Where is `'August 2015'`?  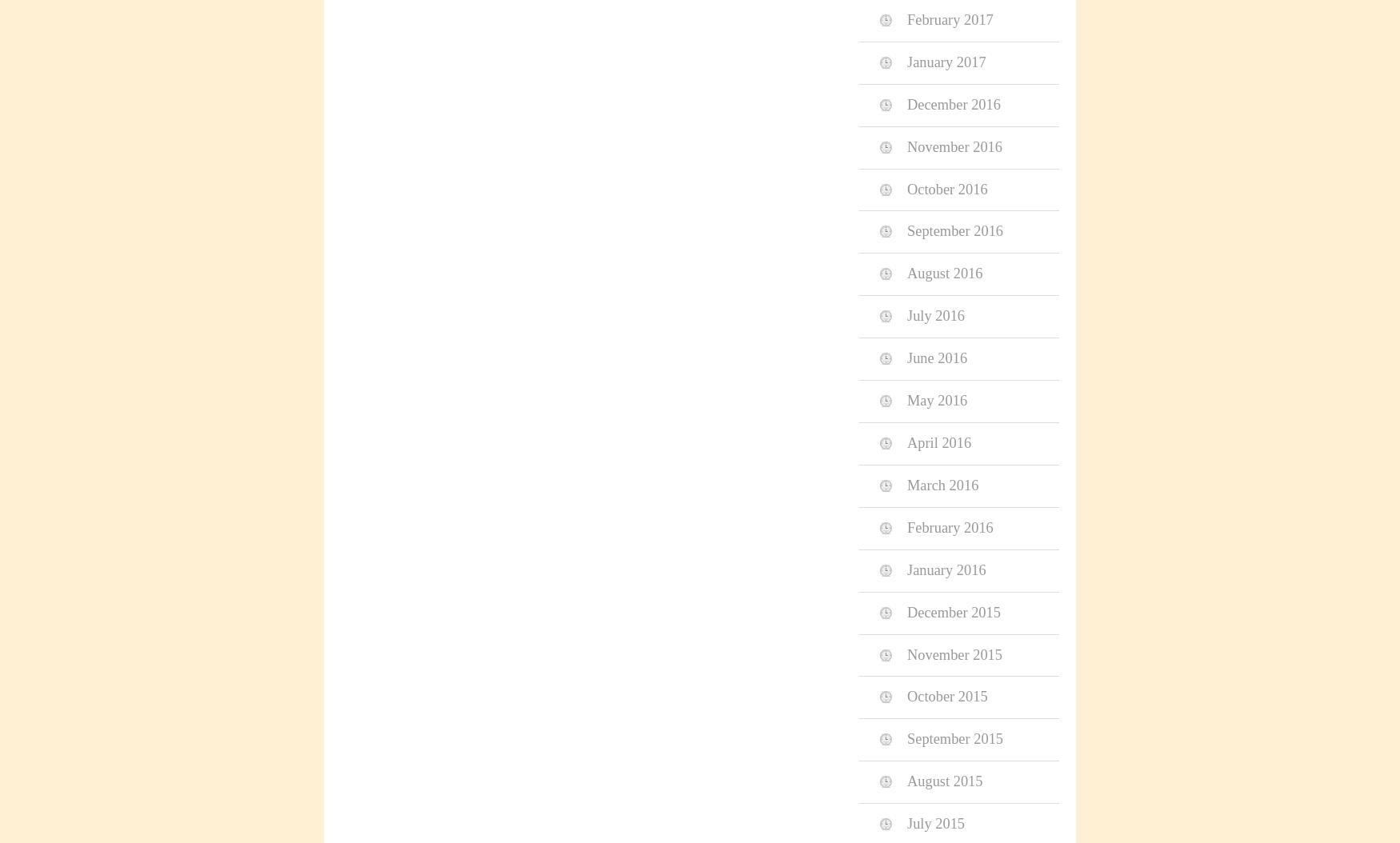
'August 2015' is located at coordinates (906, 781).